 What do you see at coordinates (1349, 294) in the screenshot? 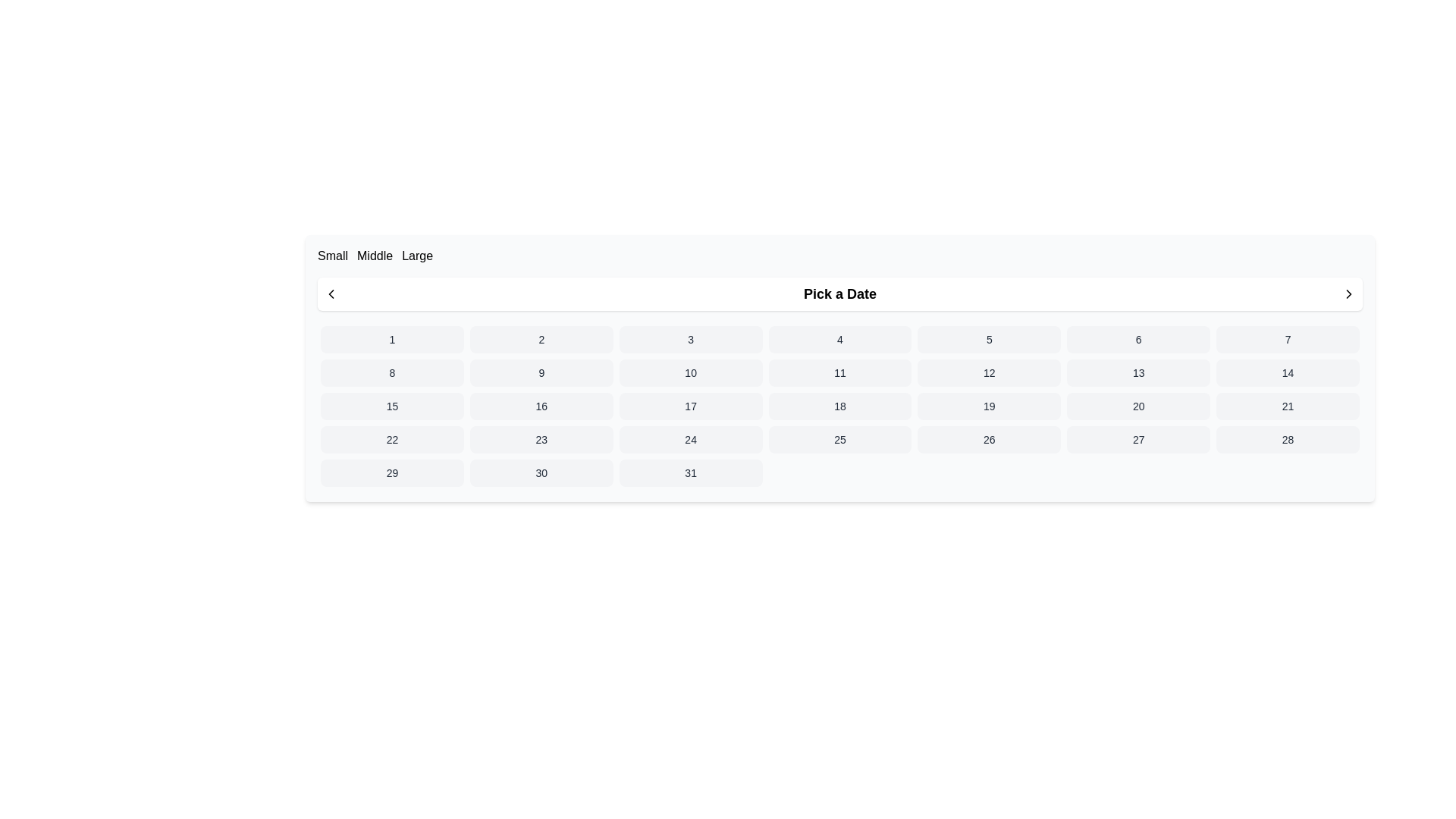
I see `the SVG-based chevron icon located in the top-right corner of the date-picker interface, which is likely used for navigation to the next month` at bounding box center [1349, 294].